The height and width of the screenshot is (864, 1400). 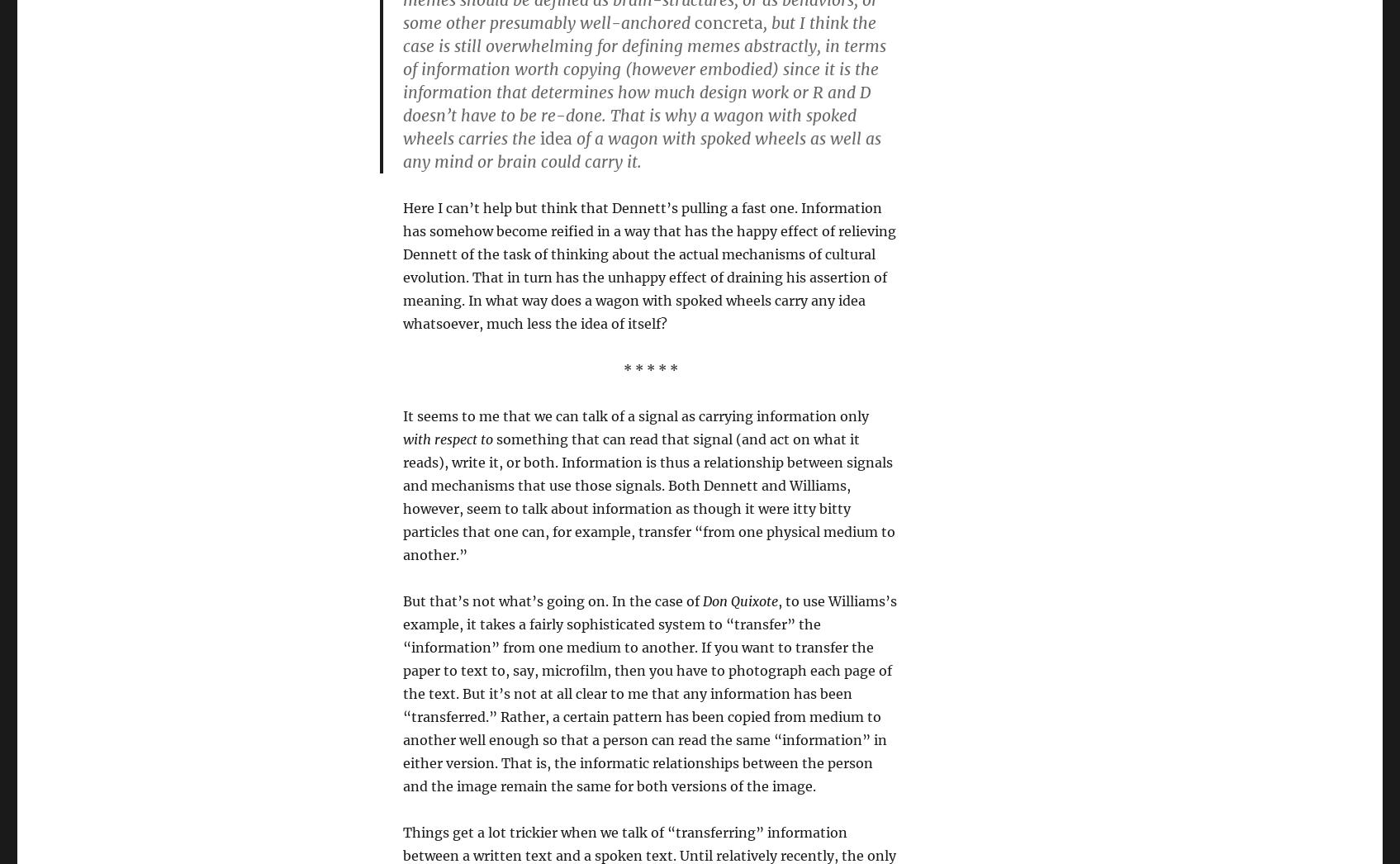 I want to click on 'something that can read that signal (and act on what it reads), write it, or both. Information is thus a relationship between signals and mechanisms that use those signals. Both Dennett and Williams, however, seem to talk about information as though it were itty bitty particles that one can, for example, transfer “from one physical medium to another.”', so click(x=648, y=496).